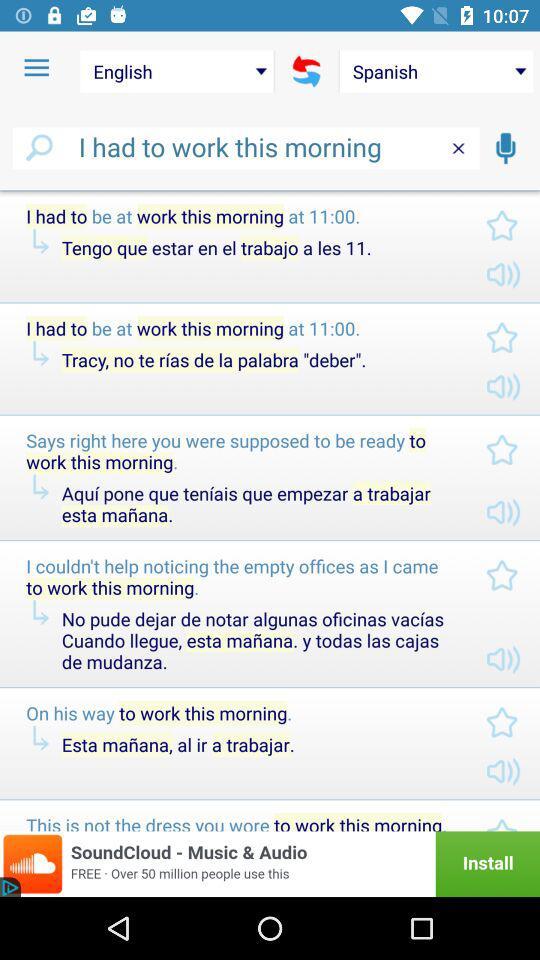 The width and height of the screenshot is (540, 960). Describe the element at coordinates (435, 71) in the screenshot. I see `spanish item` at that location.